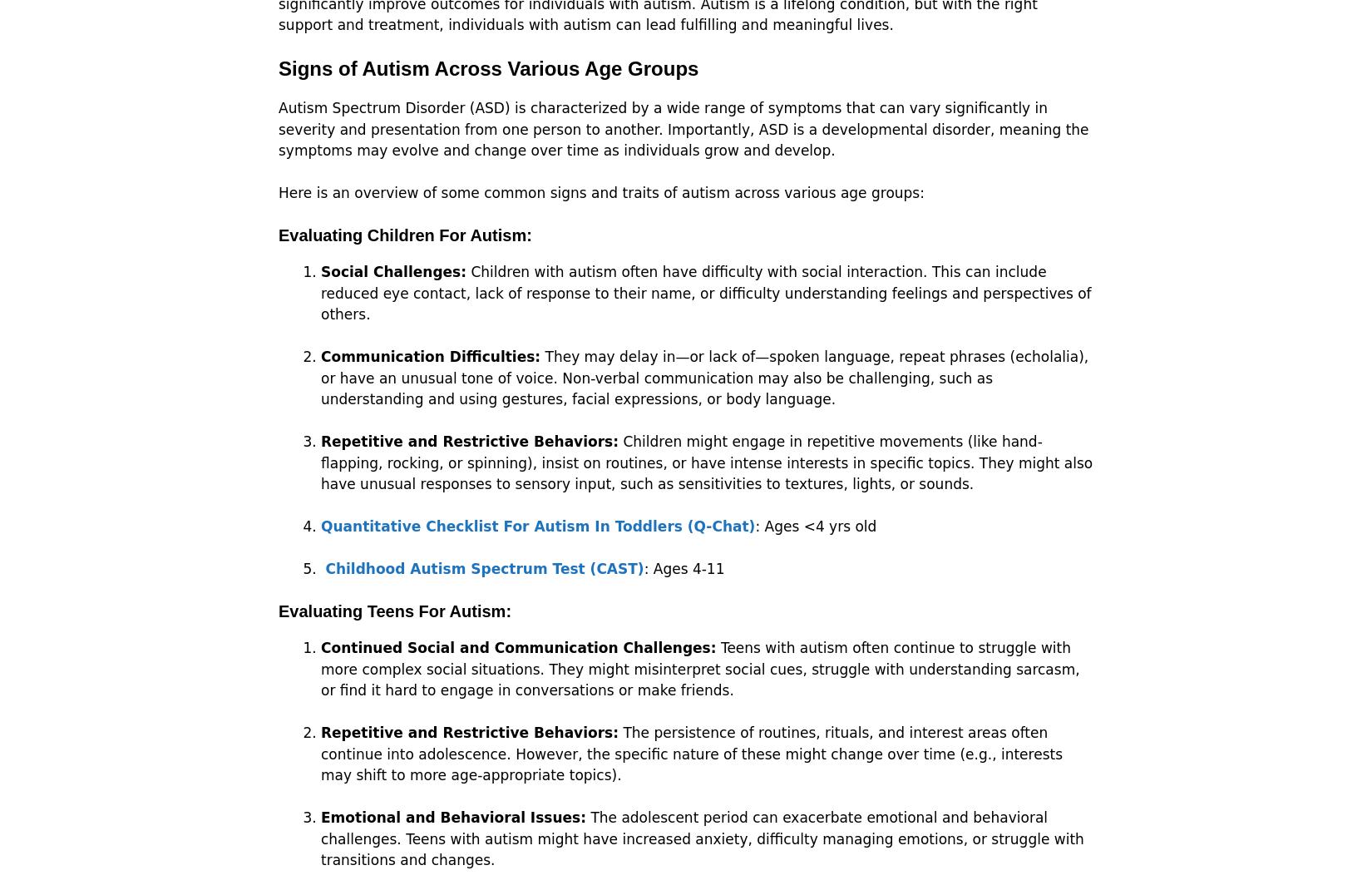 Image resolution: width=1372 pixels, height=895 pixels. Describe the element at coordinates (707, 462) in the screenshot. I see `'Children might engage in repetitive movements (like hand-flapping, rocking, or spinning), insist on routines, or have intense interests in specific topics. They might also have unusual responses to sensory input, such as sensitivities to textures, lights, or sounds.'` at that location.